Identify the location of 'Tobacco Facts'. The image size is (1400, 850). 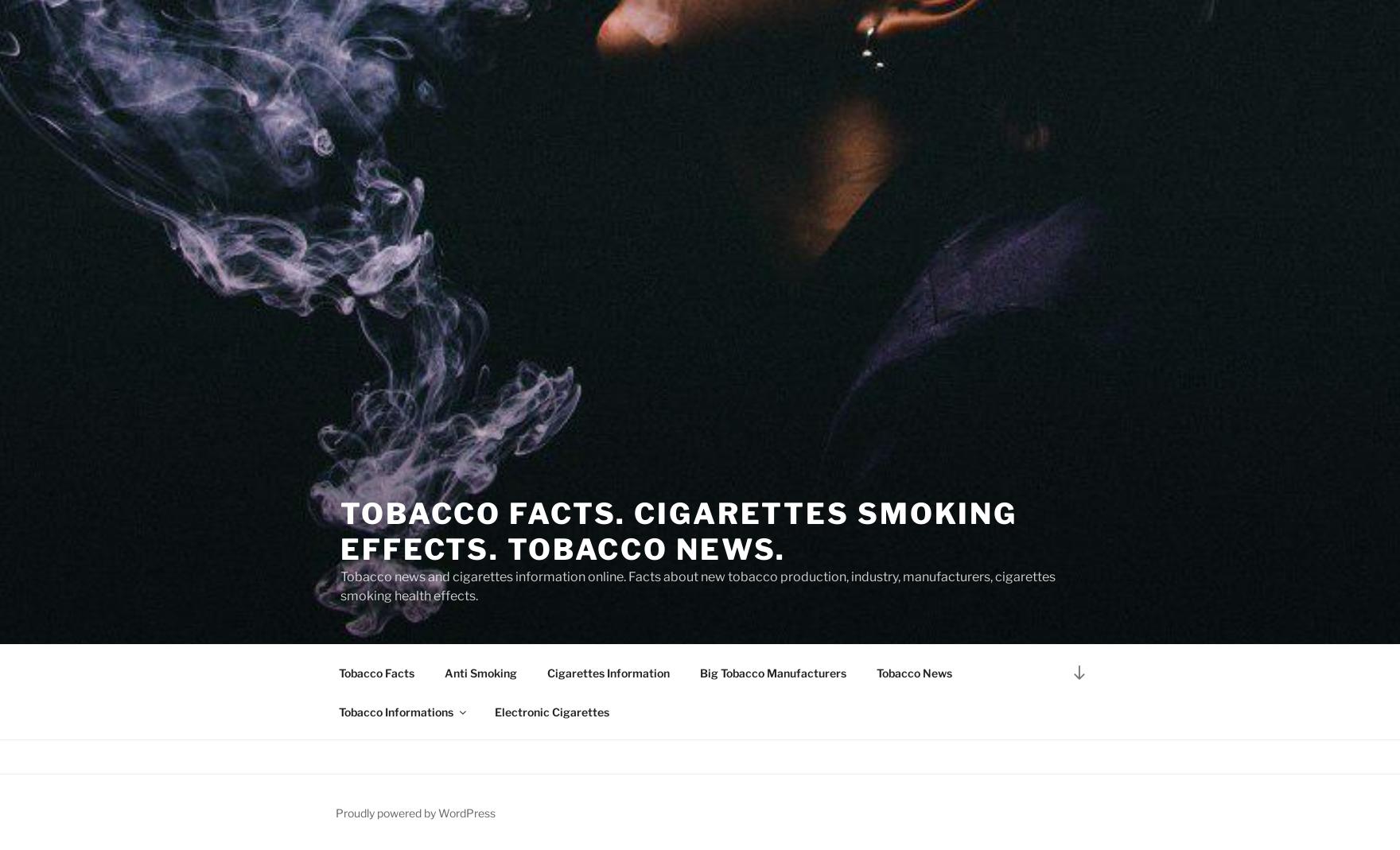
(375, 672).